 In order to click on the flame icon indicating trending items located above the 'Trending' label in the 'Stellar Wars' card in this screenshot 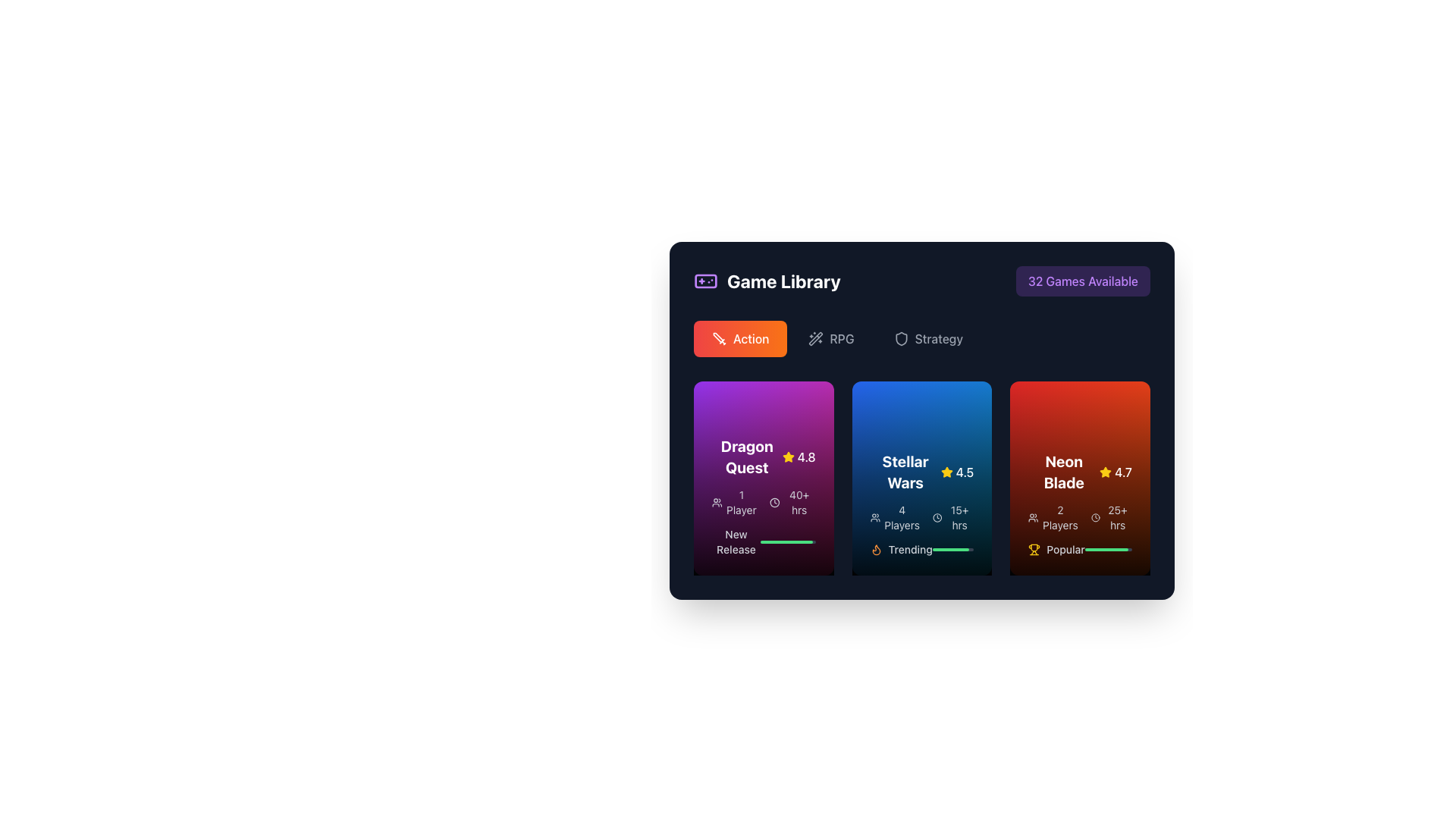, I will do `click(876, 550)`.